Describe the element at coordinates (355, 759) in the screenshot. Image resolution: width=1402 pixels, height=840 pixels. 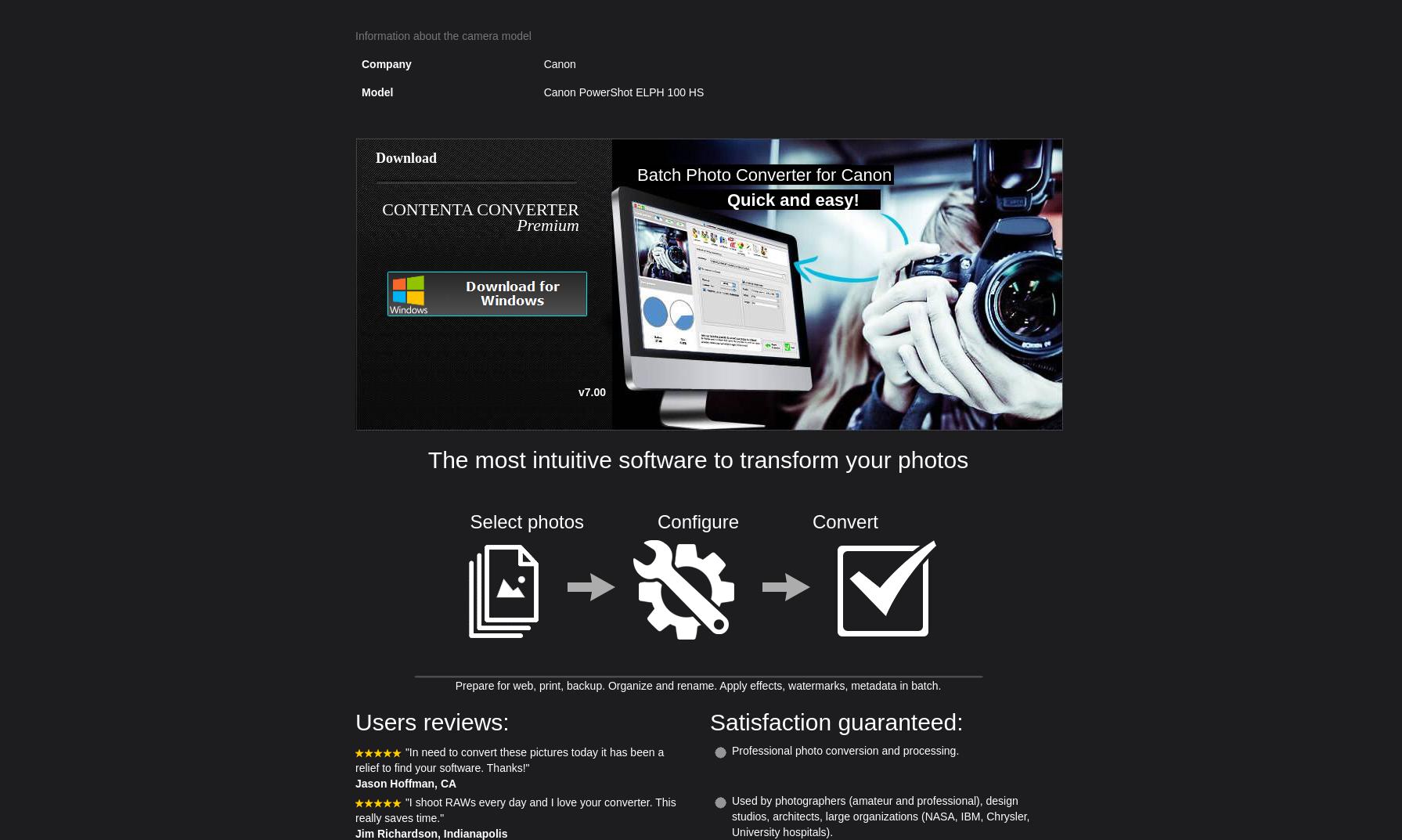
I see `'"In need to convert these pictures today it has been a relief to find your software. Thanks!"'` at that location.